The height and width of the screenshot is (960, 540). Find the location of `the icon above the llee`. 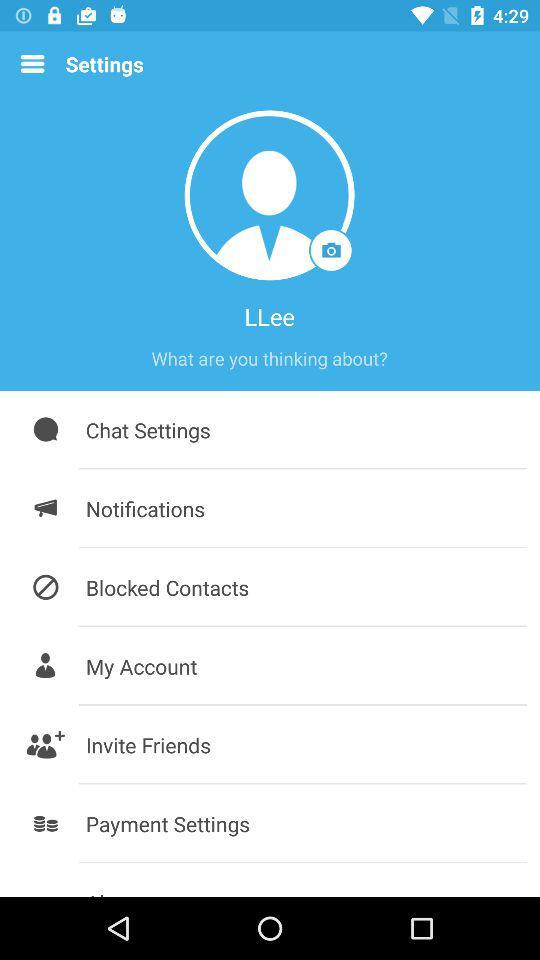

the icon above the llee is located at coordinates (269, 195).